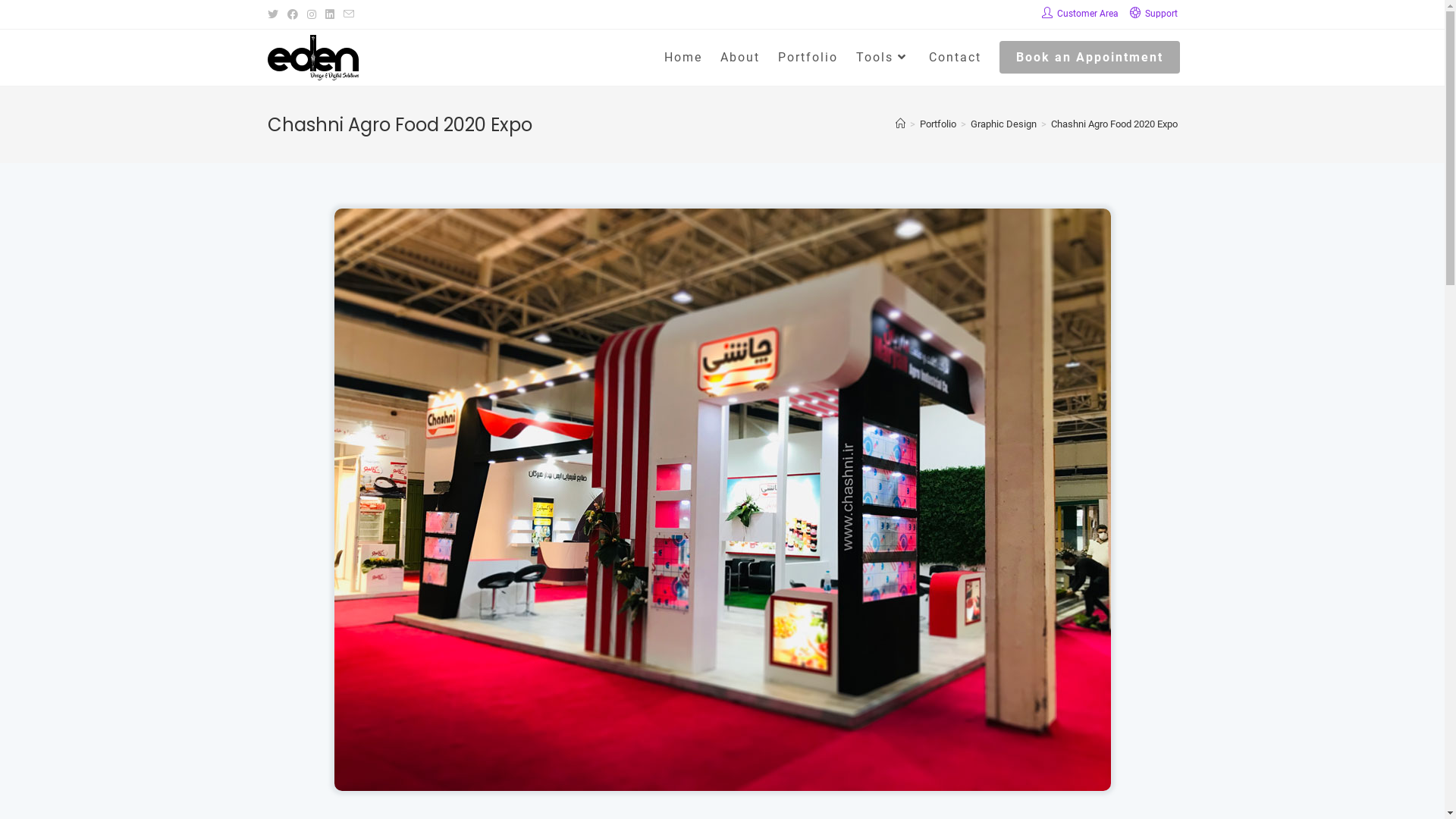  I want to click on 'Label Design', so click(608, 635).